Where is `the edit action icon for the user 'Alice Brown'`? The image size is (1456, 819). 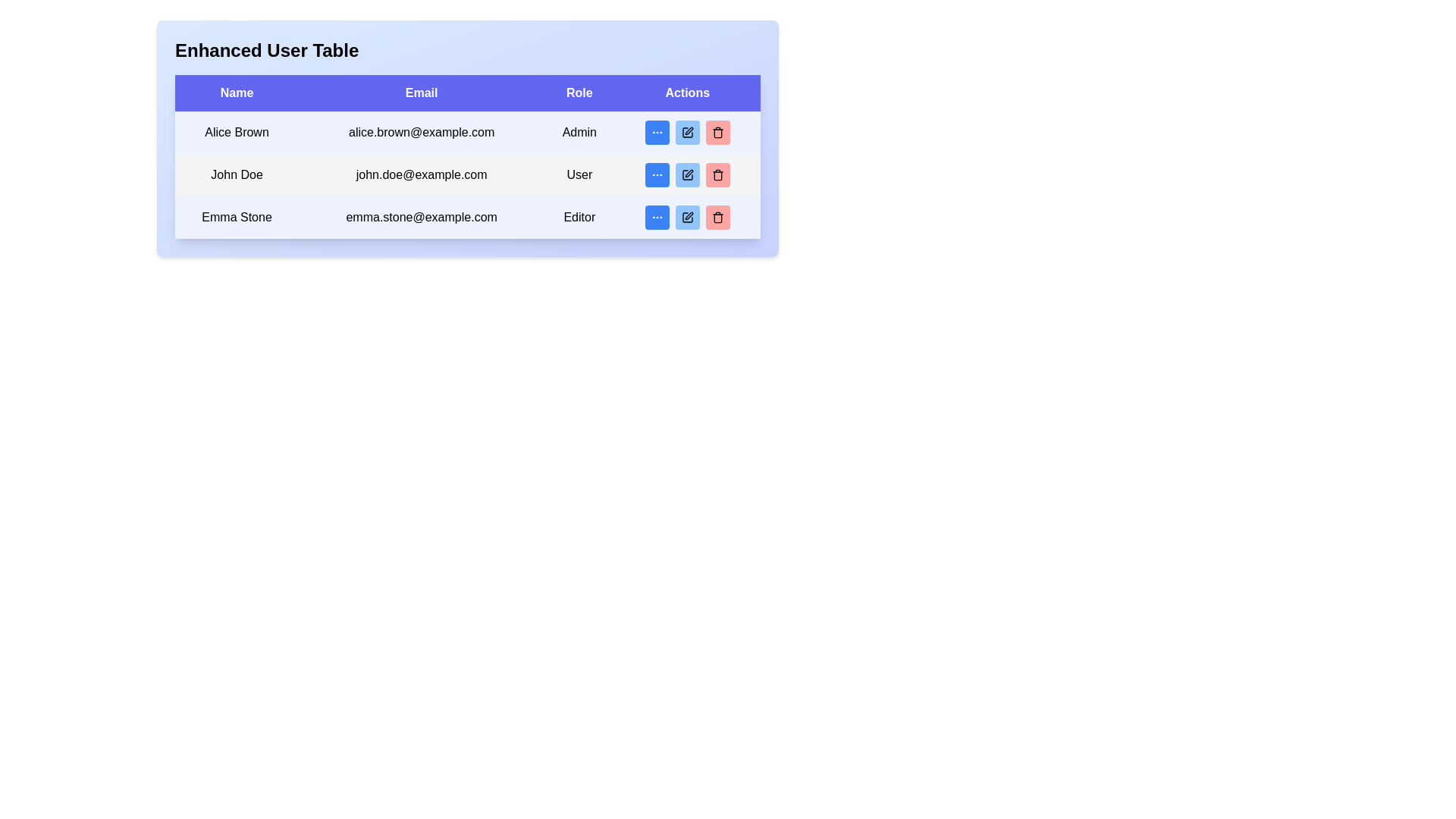
the edit action icon for the user 'Alice Brown' is located at coordinates (688, 216).